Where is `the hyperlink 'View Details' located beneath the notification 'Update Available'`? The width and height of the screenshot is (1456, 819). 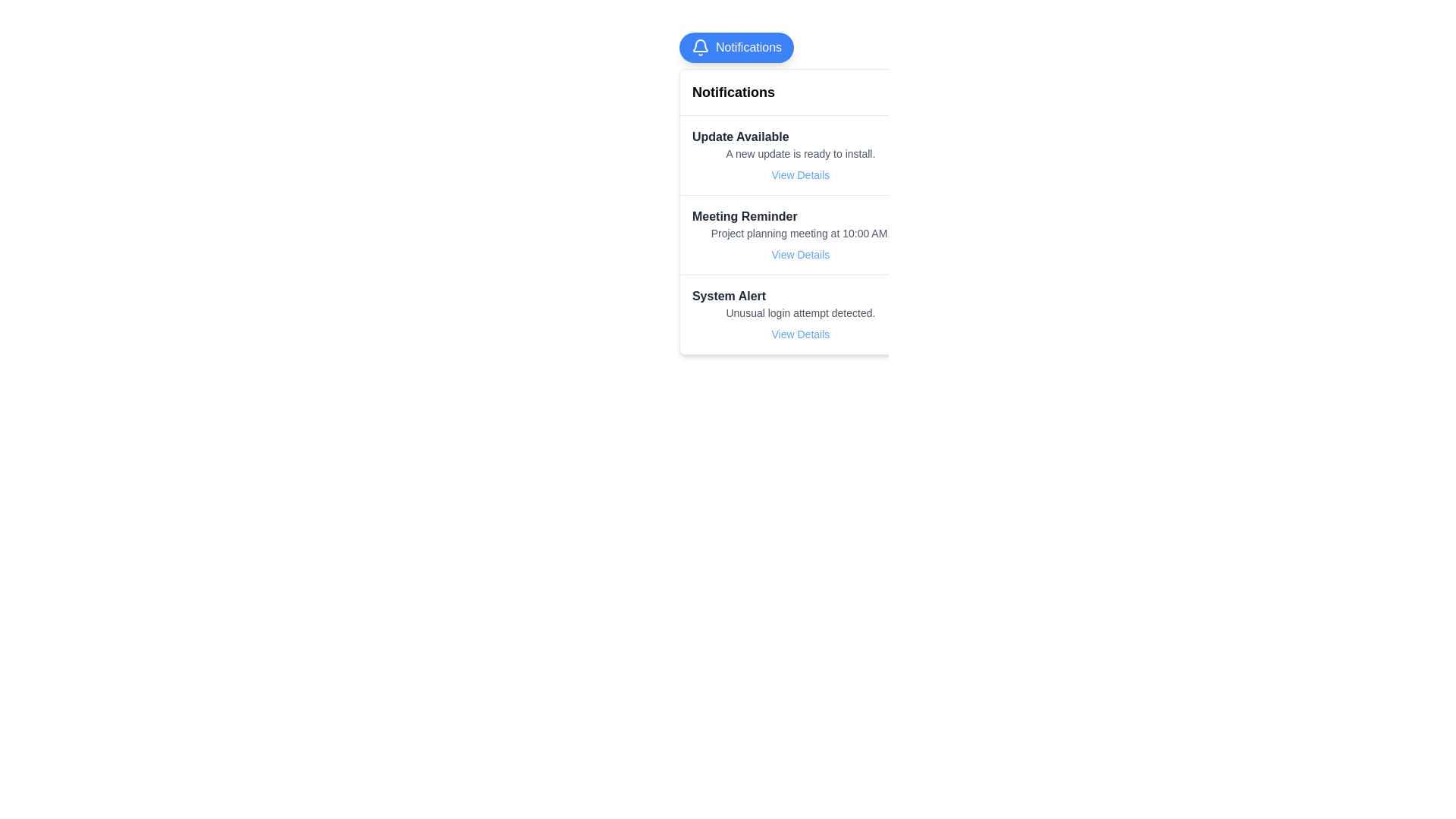 the hyperlink 'View Details' located beneath the notification 'Update Available' is located at coordinates (800, 174).